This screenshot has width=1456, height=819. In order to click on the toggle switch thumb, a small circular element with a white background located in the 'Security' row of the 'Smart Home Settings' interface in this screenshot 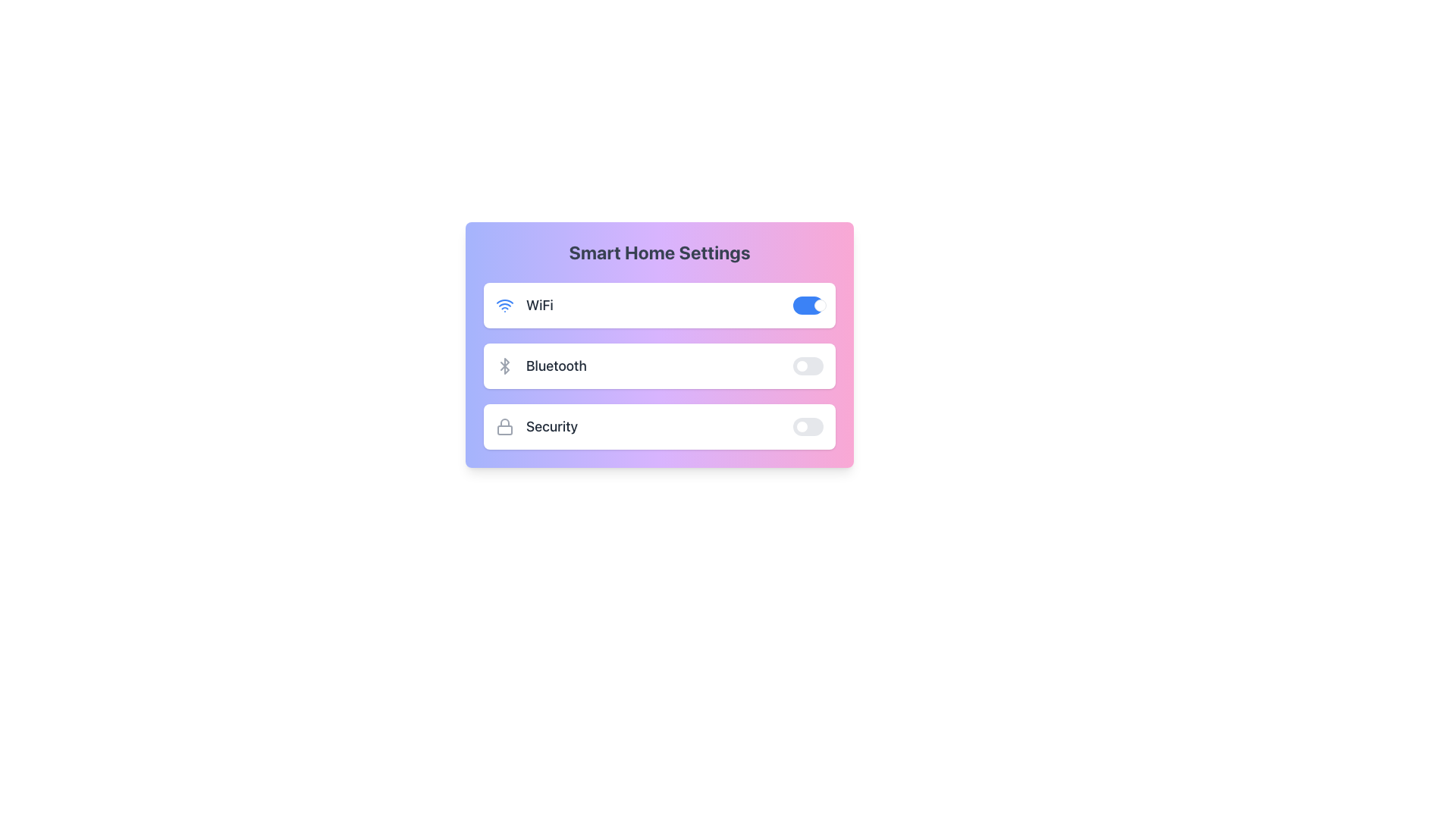, I will do `click(801, 427)`.